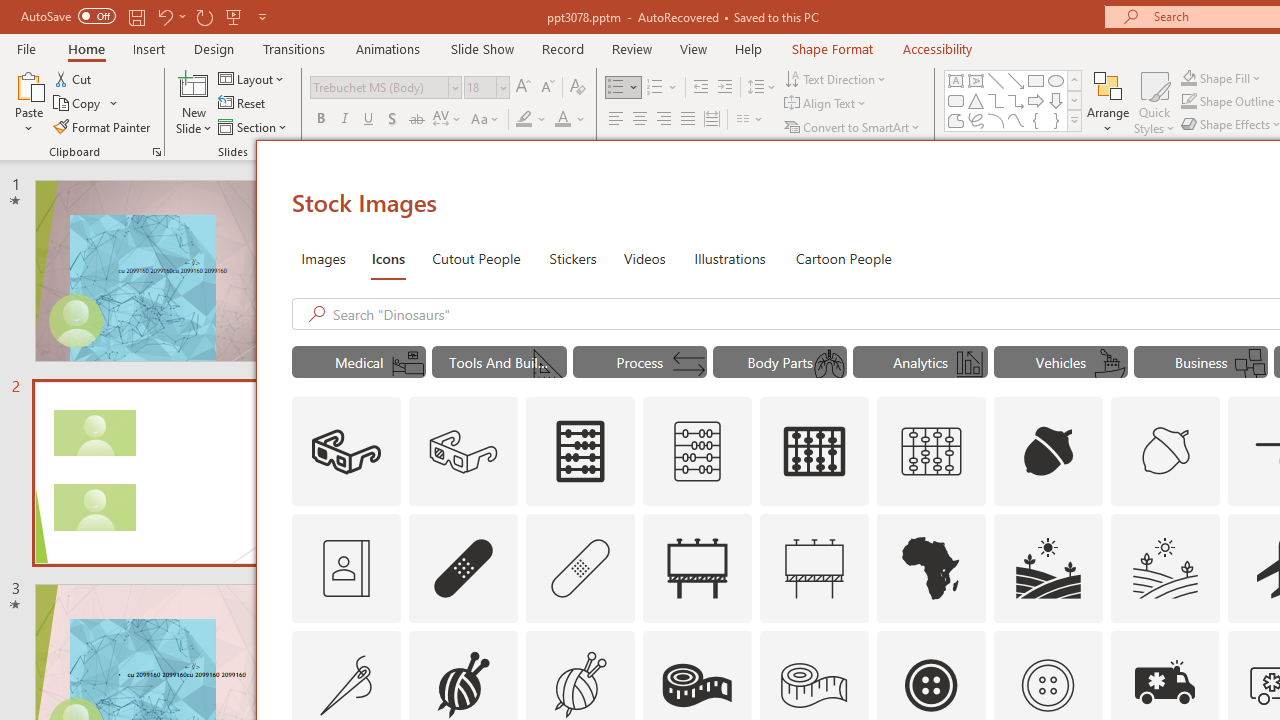 Image resolution: width=1280 pixels, height=720 pixels. Describe the element at coordinates (843, 257) in the screenshot. I see `'Cartoon People'` at that location.